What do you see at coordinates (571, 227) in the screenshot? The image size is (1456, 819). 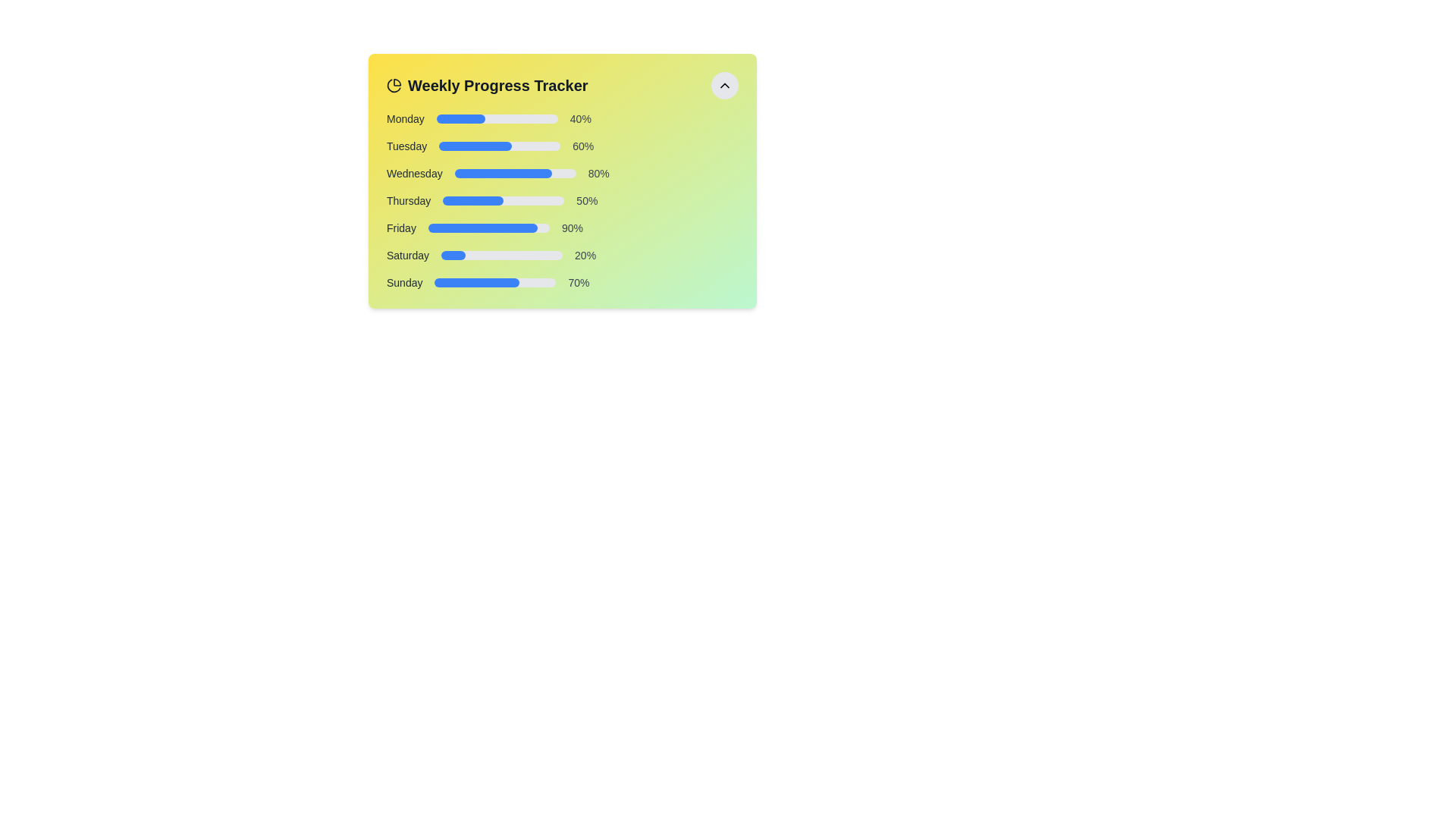 I see `the progress percentage text associated with 'Friday'` at bounding box center [571, 227].